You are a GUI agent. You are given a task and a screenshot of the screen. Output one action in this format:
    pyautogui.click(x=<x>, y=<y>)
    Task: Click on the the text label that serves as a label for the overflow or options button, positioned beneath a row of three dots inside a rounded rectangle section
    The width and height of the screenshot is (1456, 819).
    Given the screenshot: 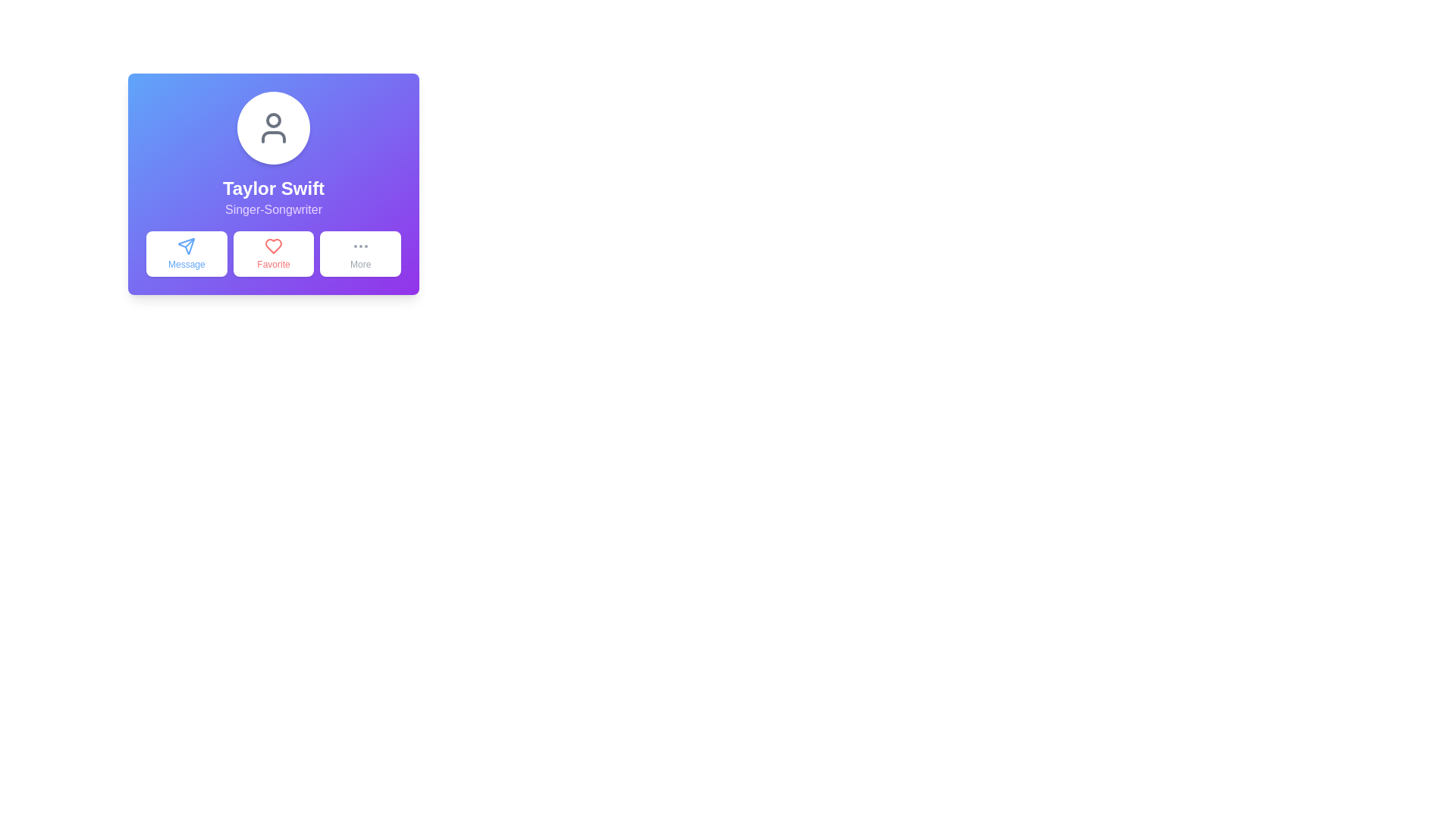 What is the action you would take?
    pyautogui.click(x=359, y=263)
    